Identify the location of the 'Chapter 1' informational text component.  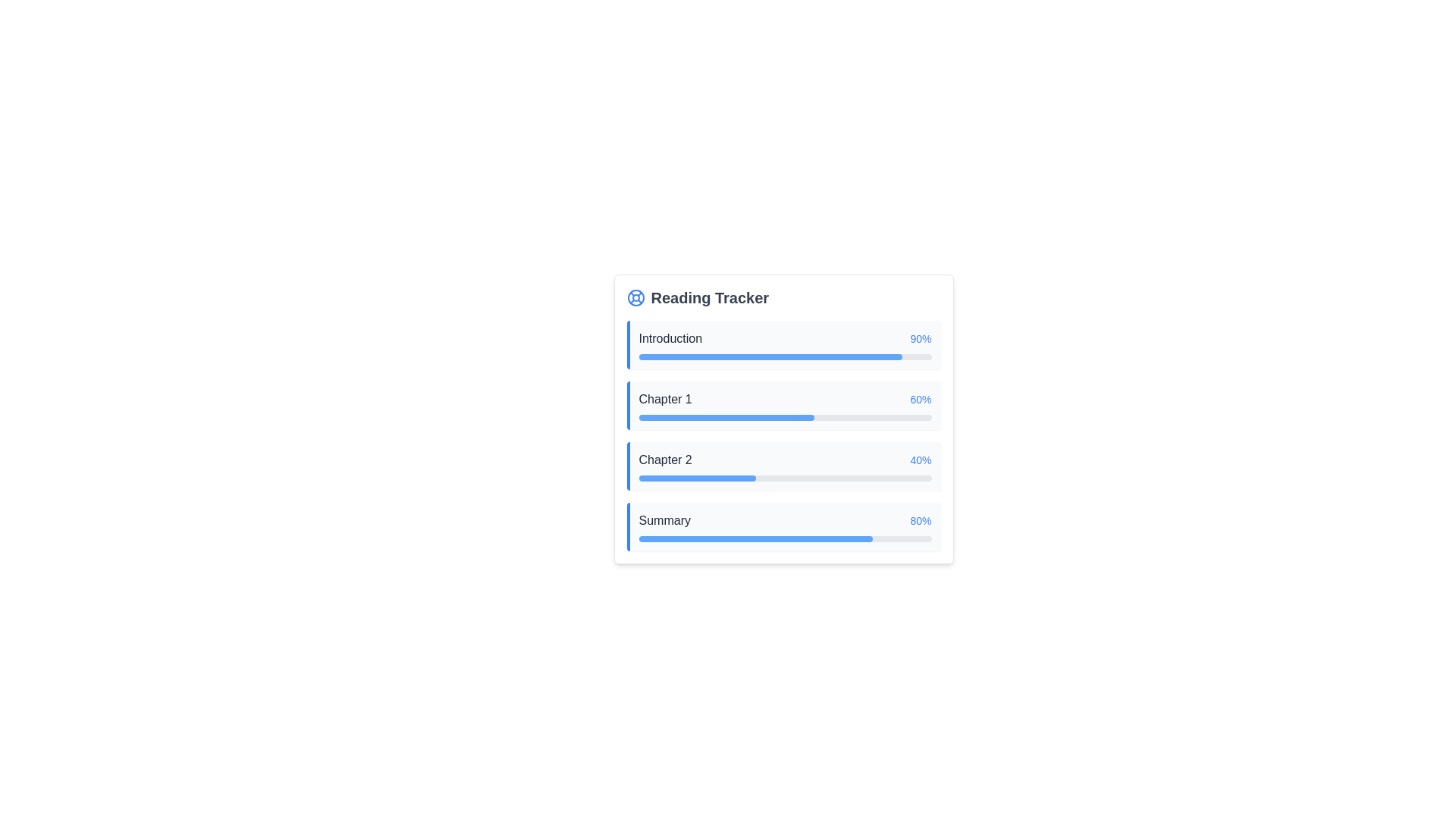
(785, 399).